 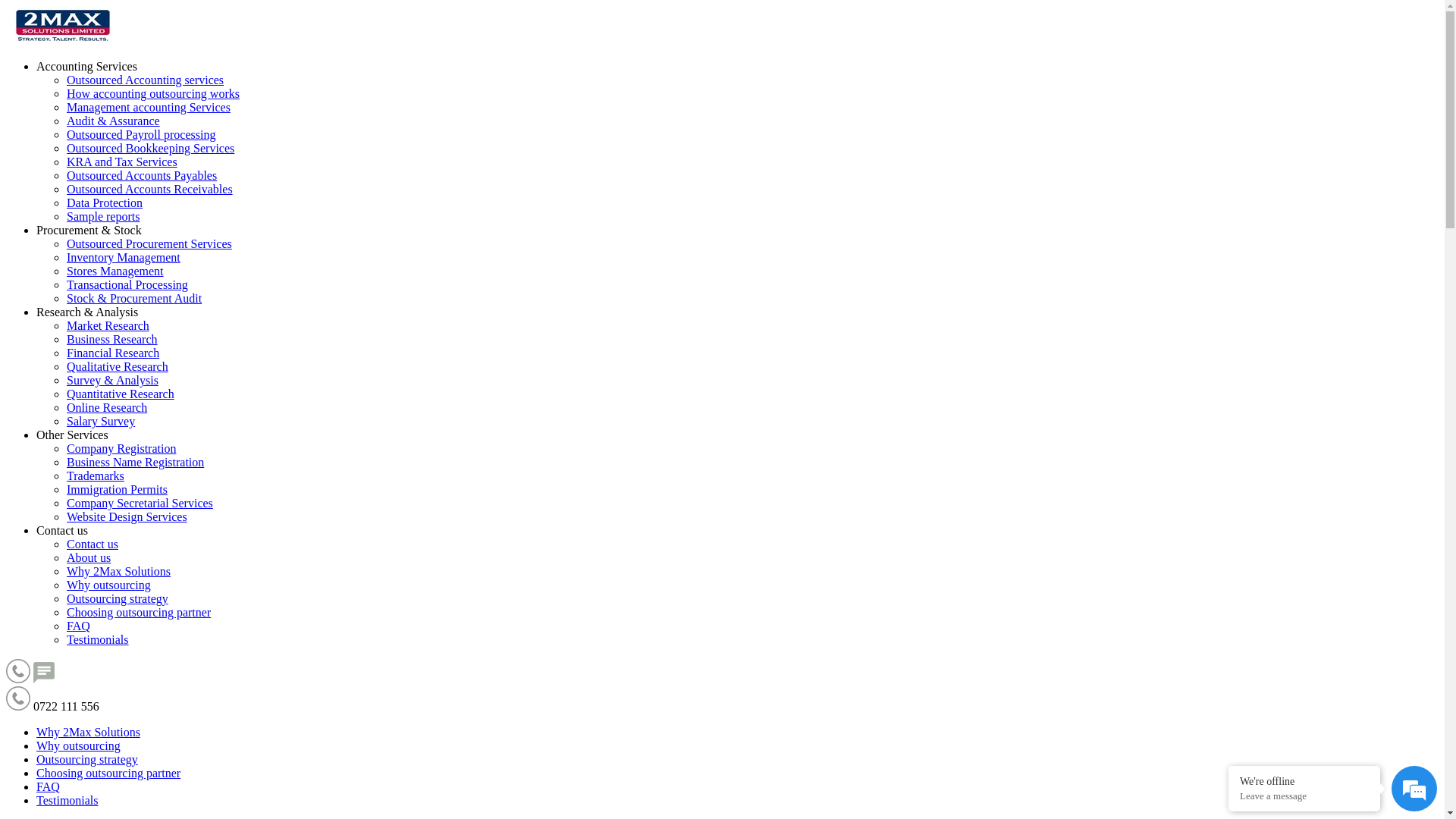 What do you see at coordinates (77, 745) in the screenshot?
I see `'Why outsourcing'` at bounding box center [77, 745].